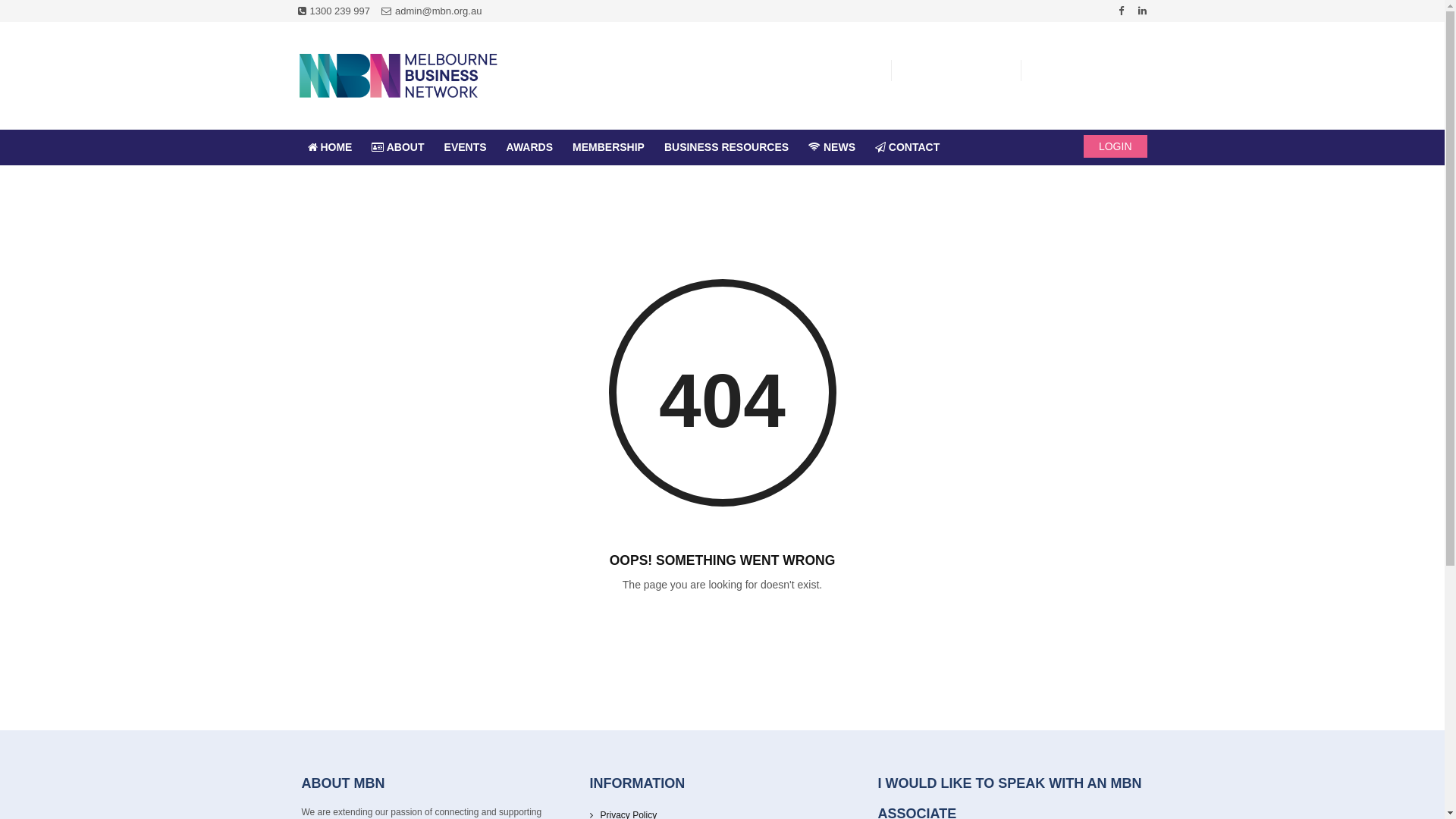 This screenshot has height=819, width=1456. What do you see at coordinates (333, 11) in the screenshot?
I see `'1300 239 997'` at bounding box center [333, 11].